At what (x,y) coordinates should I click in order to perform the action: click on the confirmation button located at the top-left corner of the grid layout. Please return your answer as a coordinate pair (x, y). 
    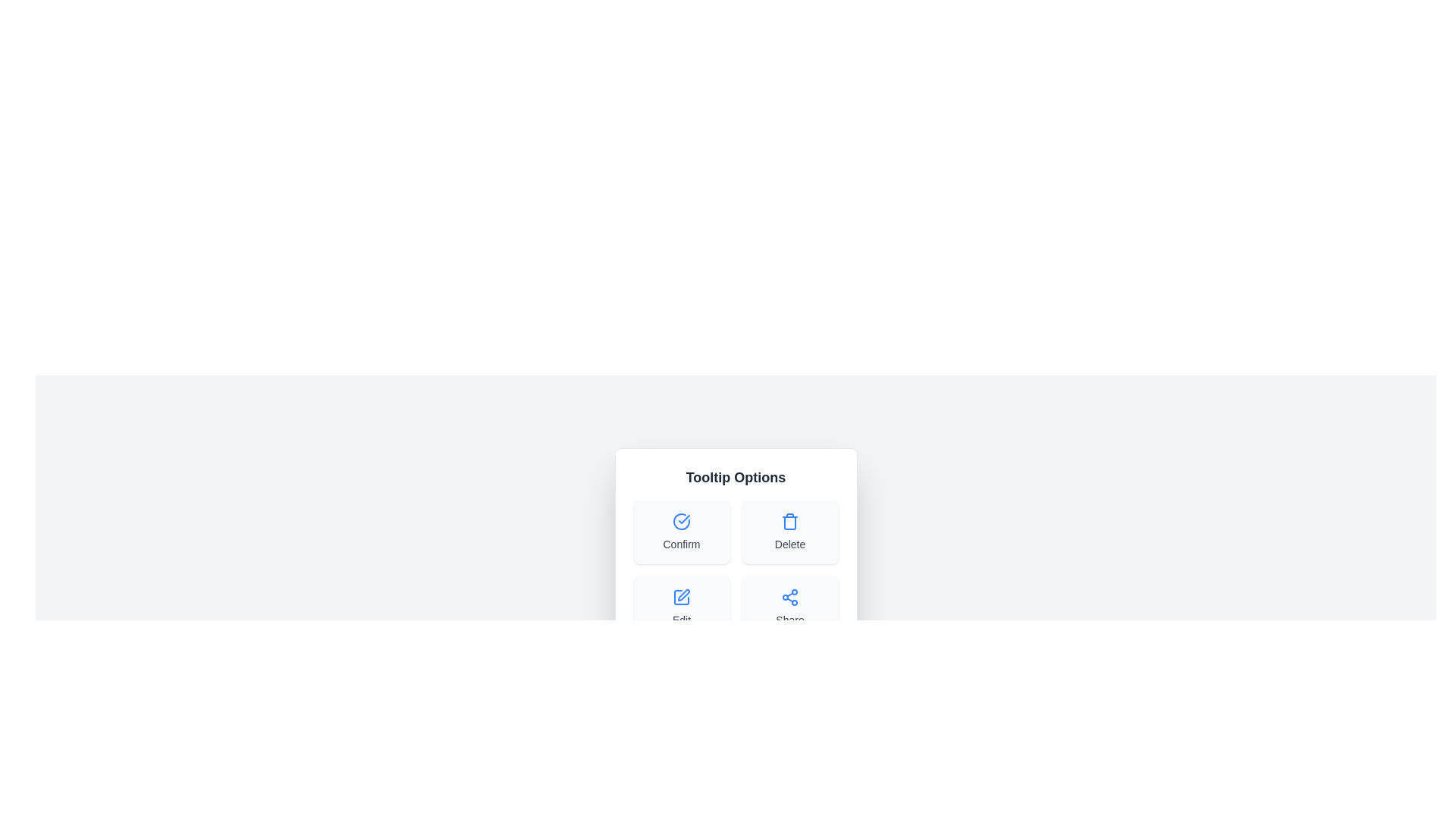
    Looking at the image, I should click on (680, 532).